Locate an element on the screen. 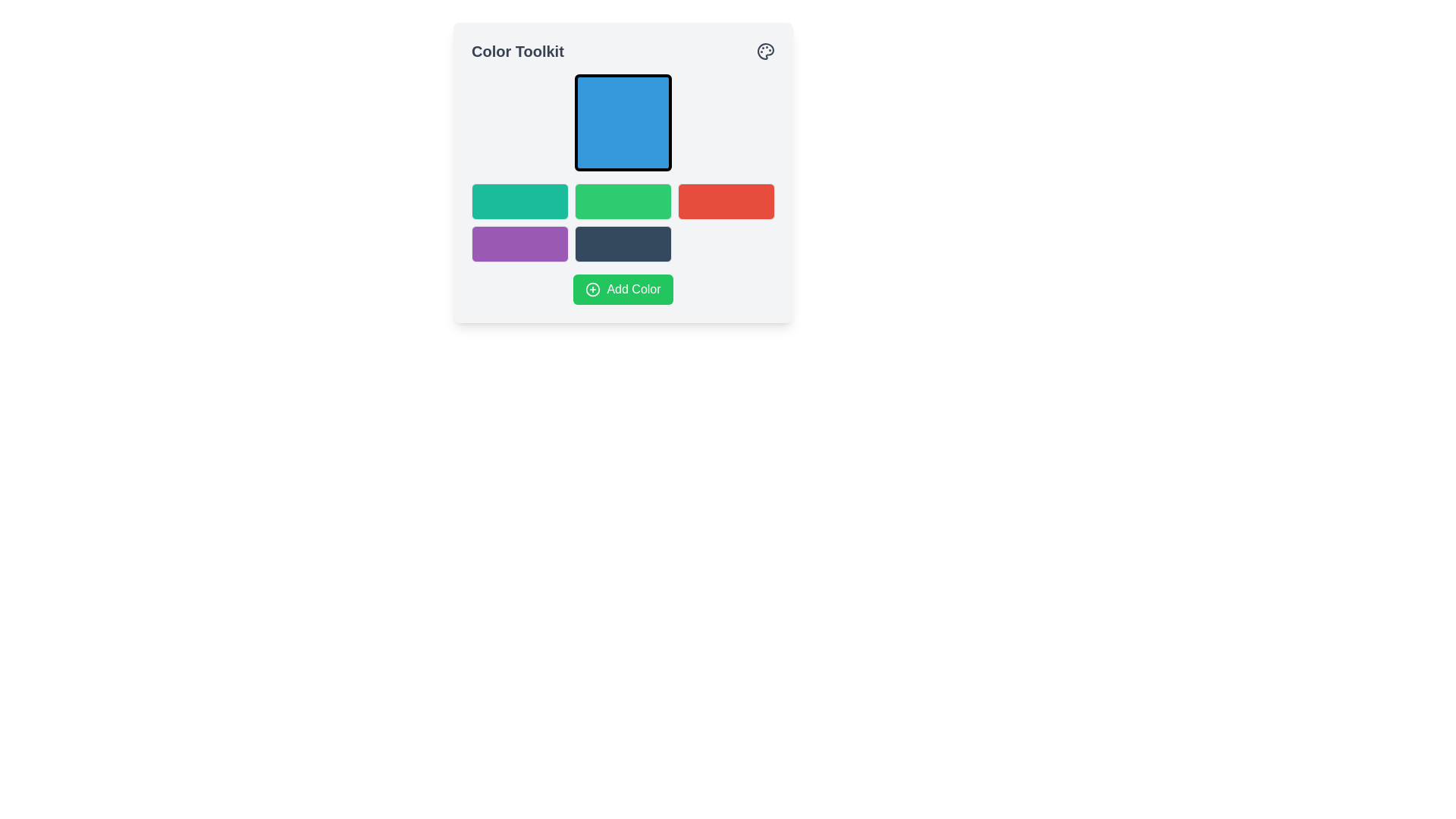 The height and width of the screenshot is (819, 1456). the interactive button located in the second row, center column of a 3x2 grid layout is located at coordinates (623, 243).